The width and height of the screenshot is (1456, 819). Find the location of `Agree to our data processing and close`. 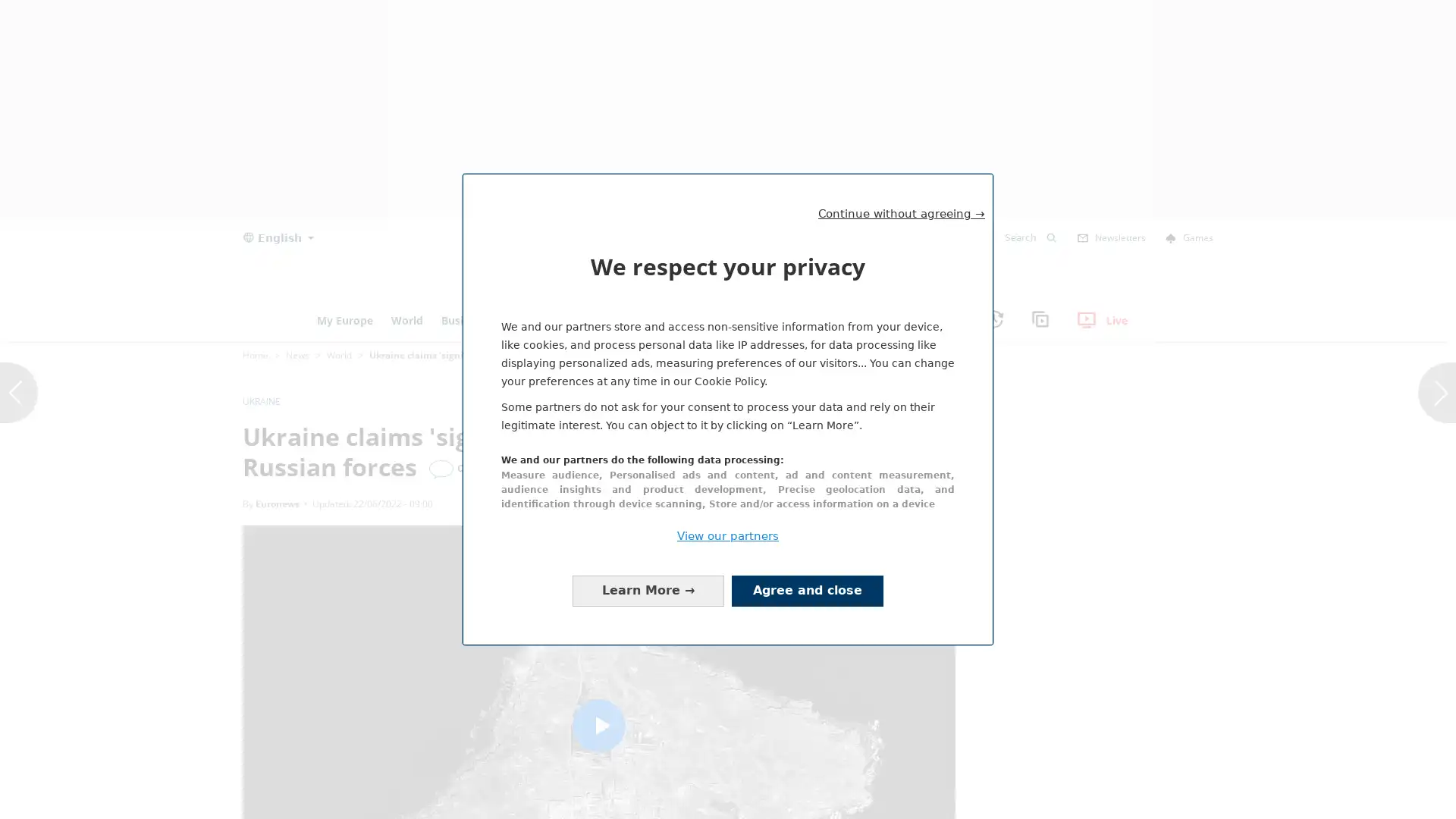

Agree to our data processing and close is located at coordinates (807, 590).